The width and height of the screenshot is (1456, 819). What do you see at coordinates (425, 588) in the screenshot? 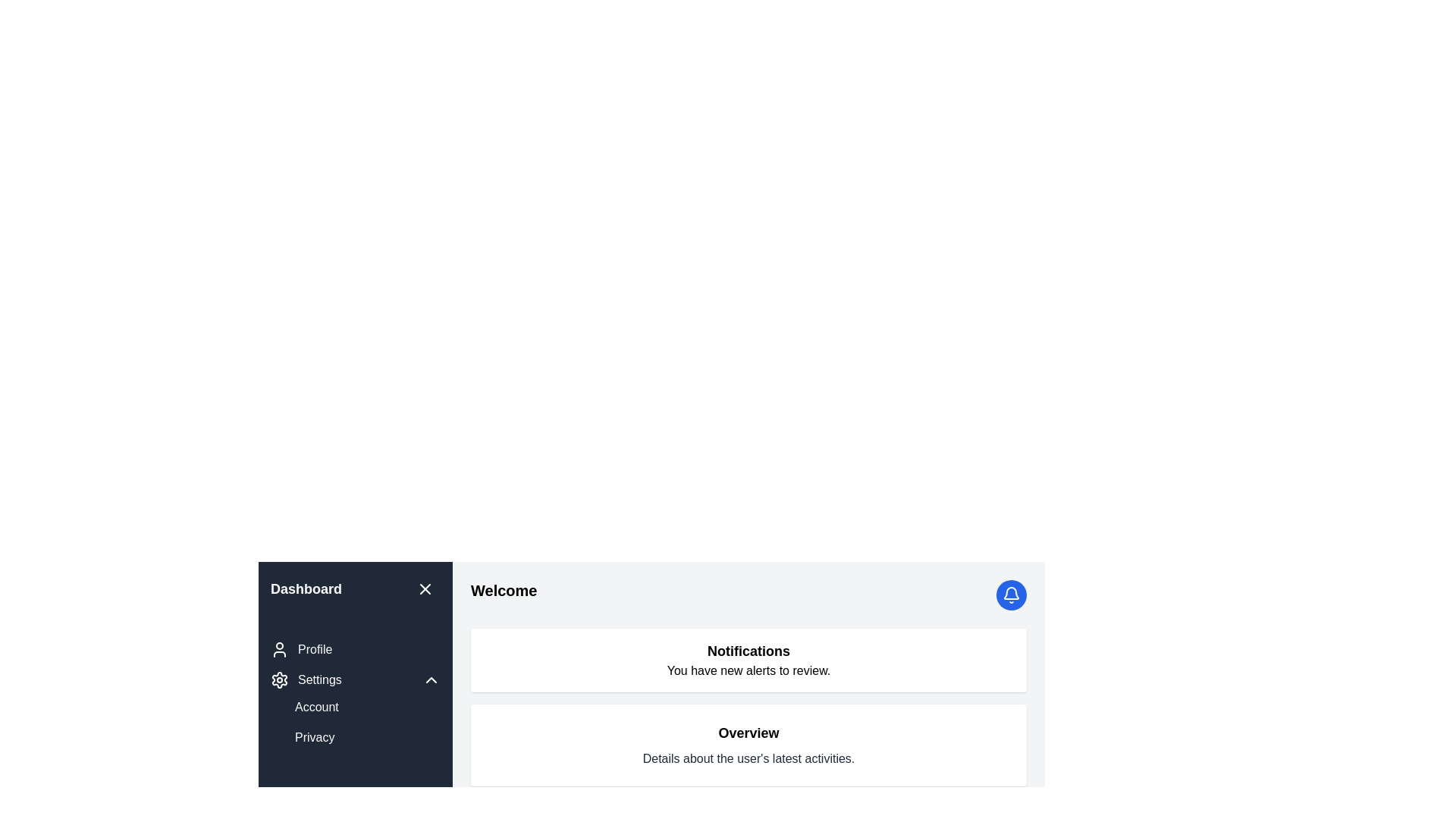
I see `the interactive icon located at the top-right corner of the left sidebar, next to the 'Dashboard' label` at bounding box center [425, 588].